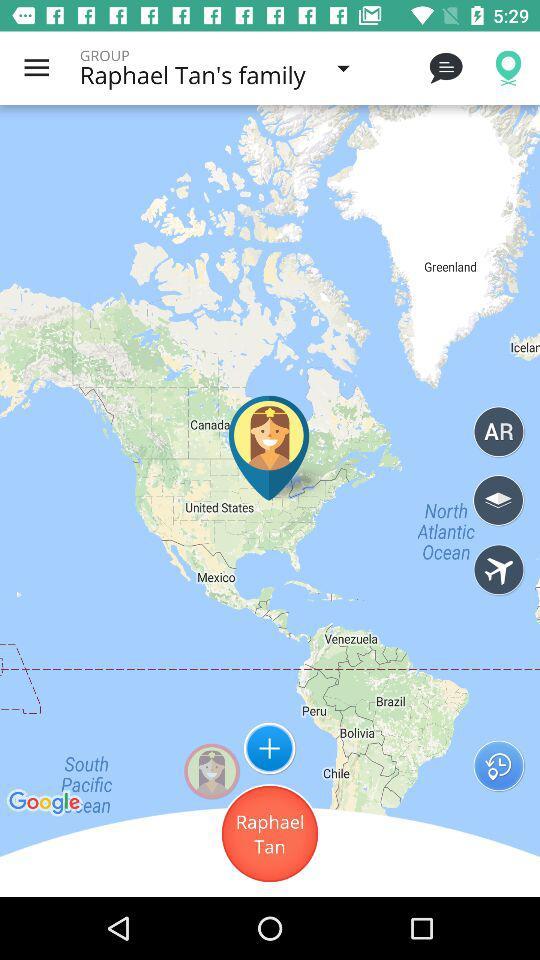  What do you see at coordinates (445, 68) in the screenshot?
I see `icon to the right of raphael tan s icon` at bounding box center [445, 68].